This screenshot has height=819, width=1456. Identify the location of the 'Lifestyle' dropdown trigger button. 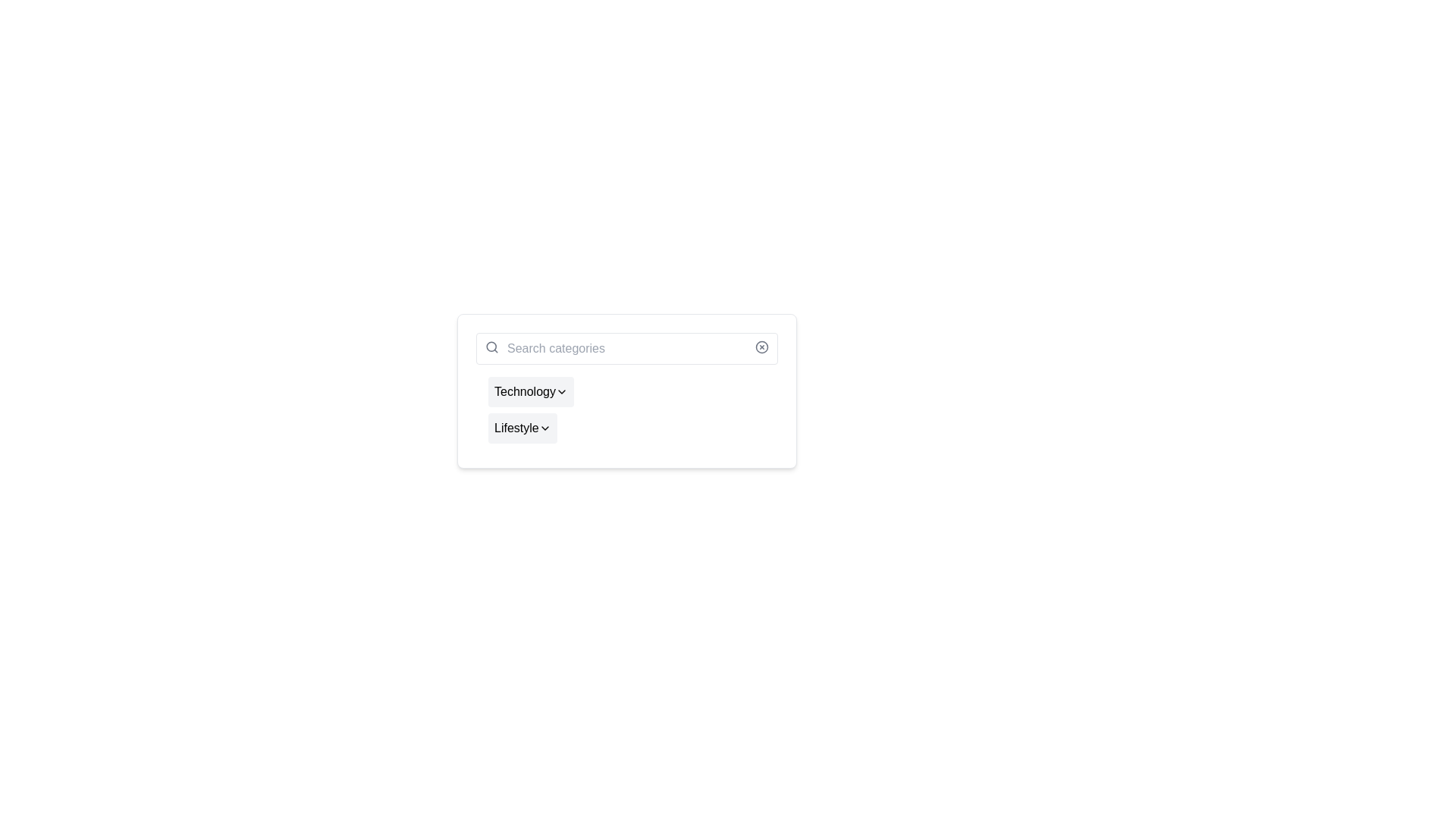
(522, 428).